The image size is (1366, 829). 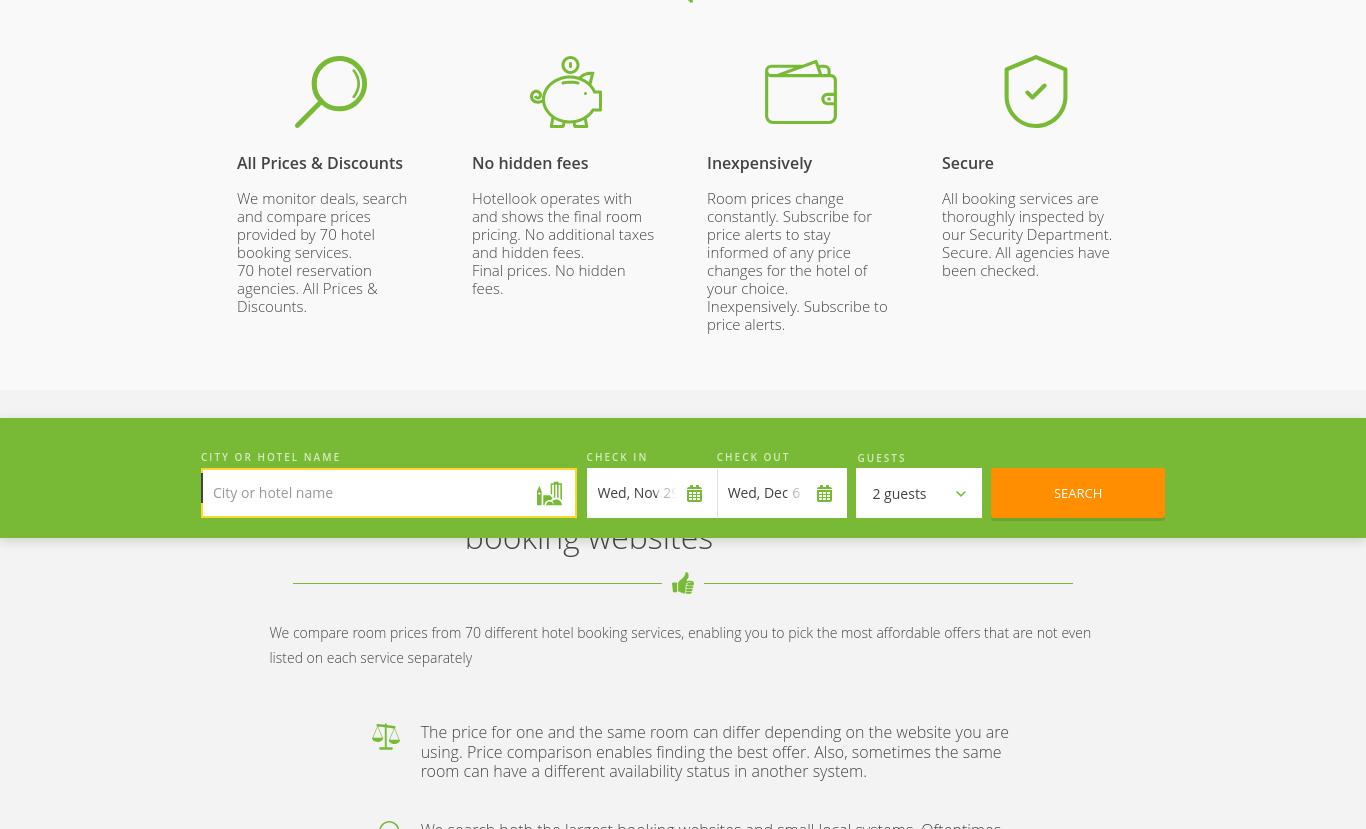 I want to click on 'Terms of Service', so click(x=429, y=386).